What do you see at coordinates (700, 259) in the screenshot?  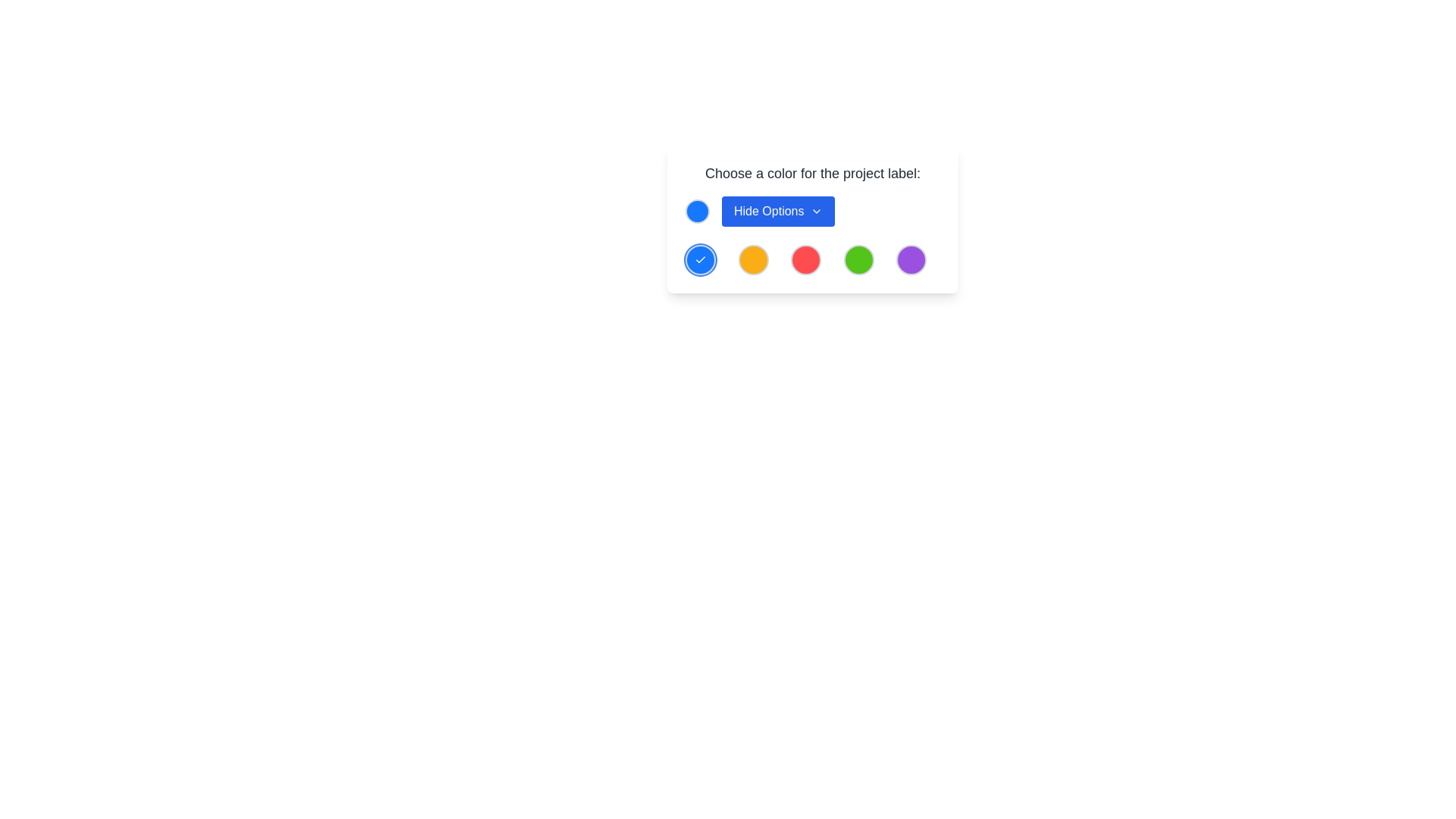 I see `the checkmark icon indicating the selected state of the blue color option in the color selection interface to confirm the selection` at bounding box center [700, 259].